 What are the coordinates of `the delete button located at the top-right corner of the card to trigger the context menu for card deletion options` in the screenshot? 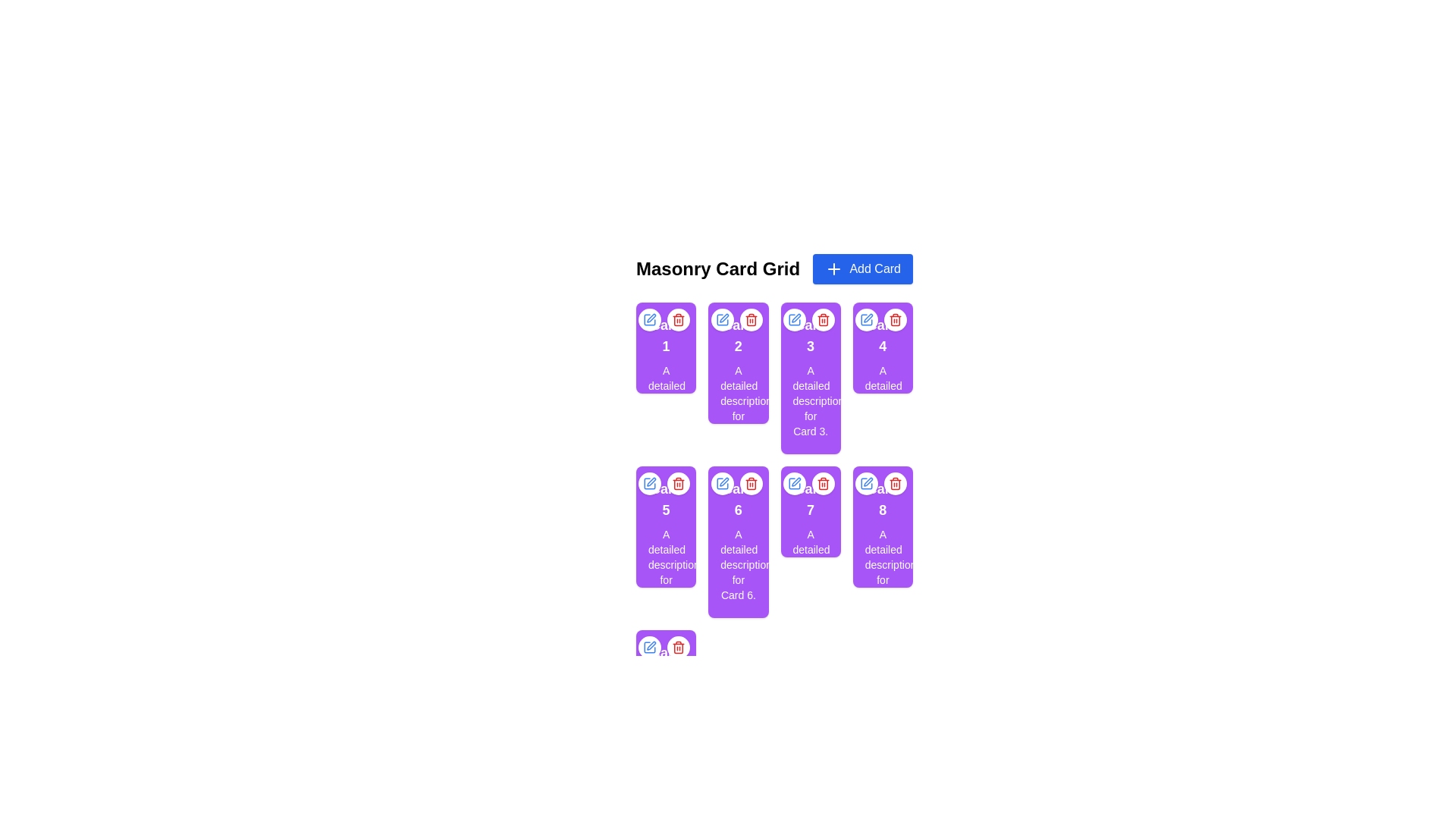 It's located at (895, 483).